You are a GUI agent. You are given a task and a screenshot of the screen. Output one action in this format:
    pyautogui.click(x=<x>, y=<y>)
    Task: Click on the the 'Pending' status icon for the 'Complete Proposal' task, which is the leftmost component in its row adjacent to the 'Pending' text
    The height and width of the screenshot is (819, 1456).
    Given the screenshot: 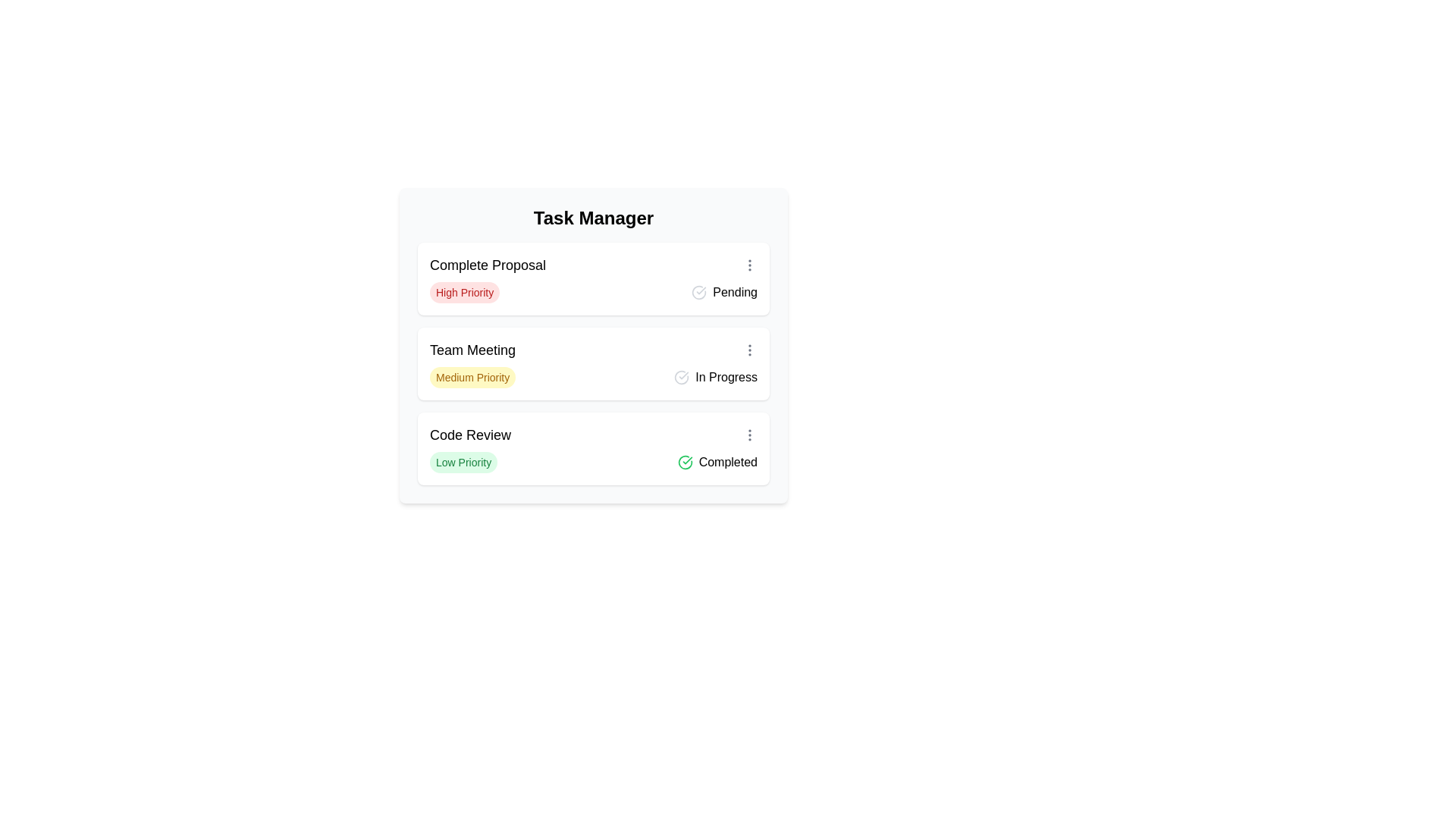 What is the action you would take?
    pyautogui.click(x=698, y=292)
    